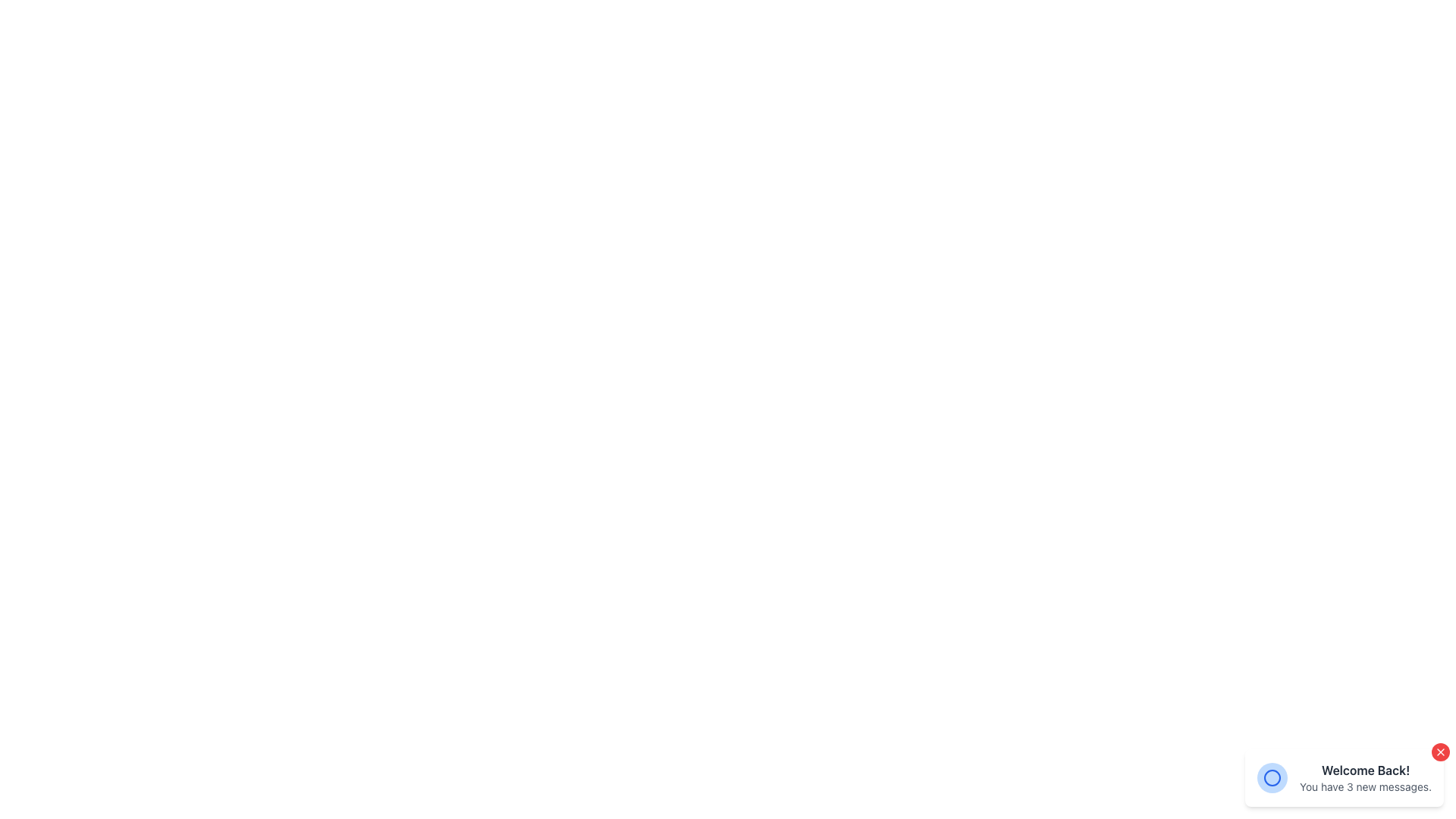  What do you see at coordinates (1272, 778) in the screenshot?
I see `the SVG circle icon located inside the notification card with the text 'Welcome Back!' in the bottom-right corner of the UI` at bounding box center [1272, 778].